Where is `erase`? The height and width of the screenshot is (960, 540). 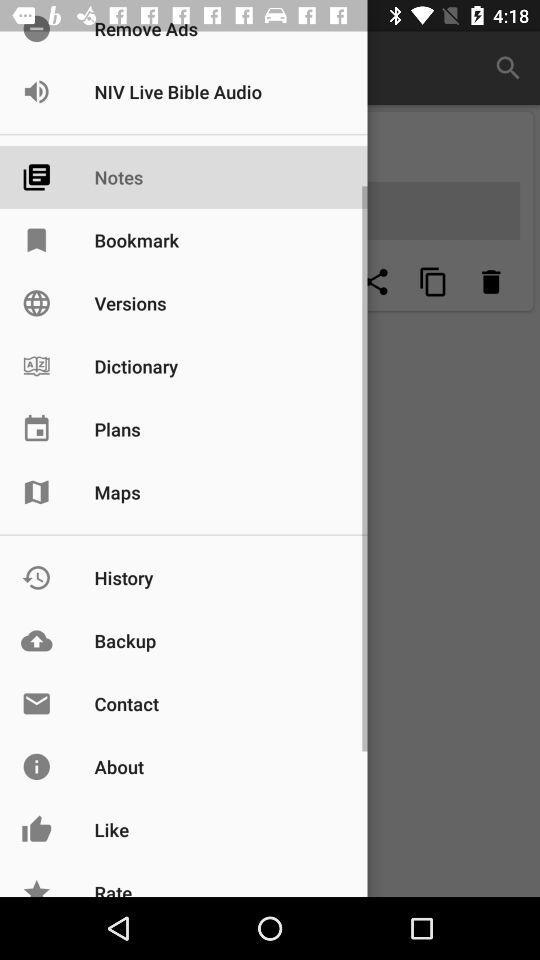 erase is located at coordinates (490, 281).